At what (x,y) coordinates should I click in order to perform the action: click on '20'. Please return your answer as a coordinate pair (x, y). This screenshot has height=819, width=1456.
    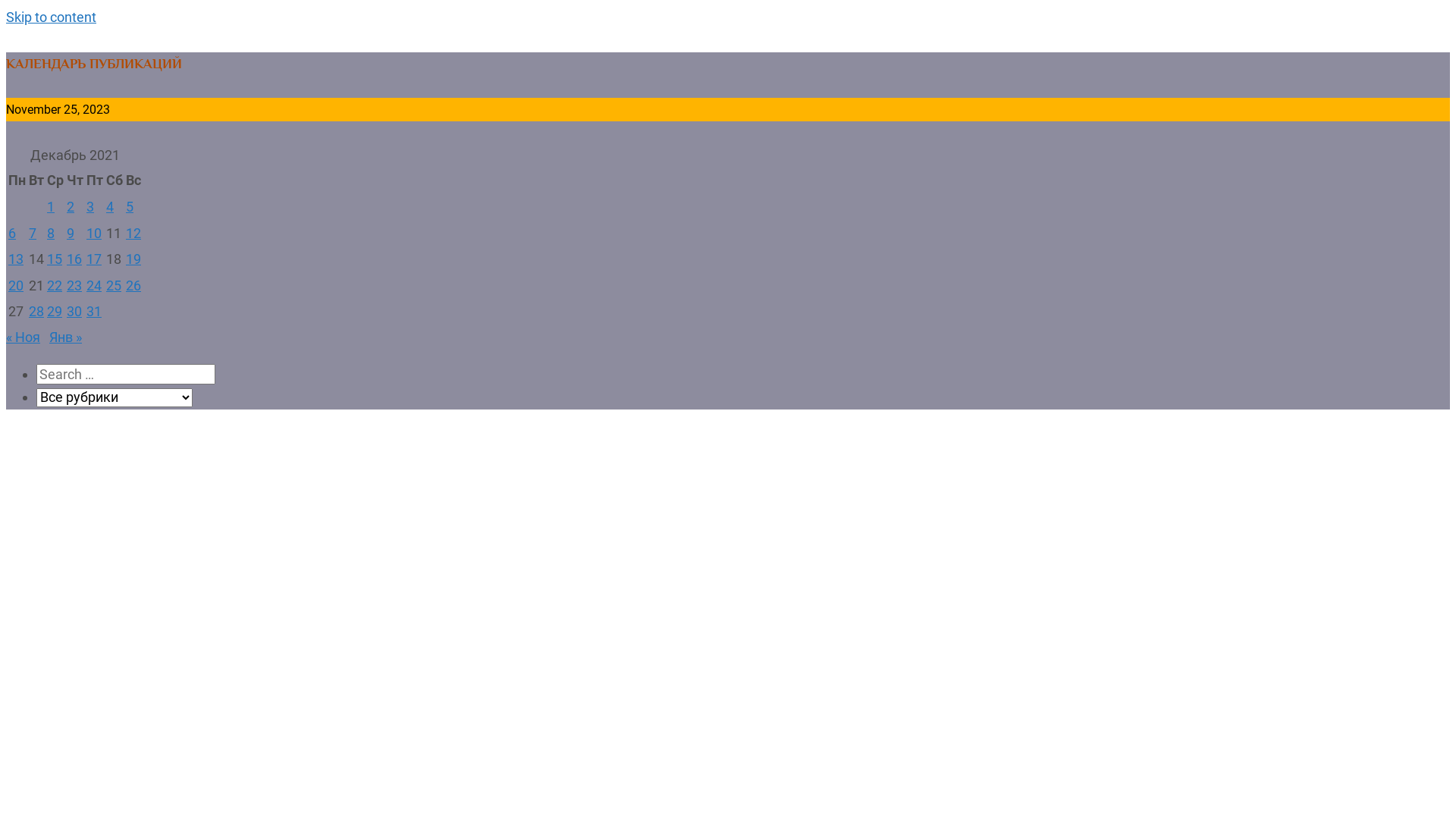
    Looking at the image, I should click on (8, 285).